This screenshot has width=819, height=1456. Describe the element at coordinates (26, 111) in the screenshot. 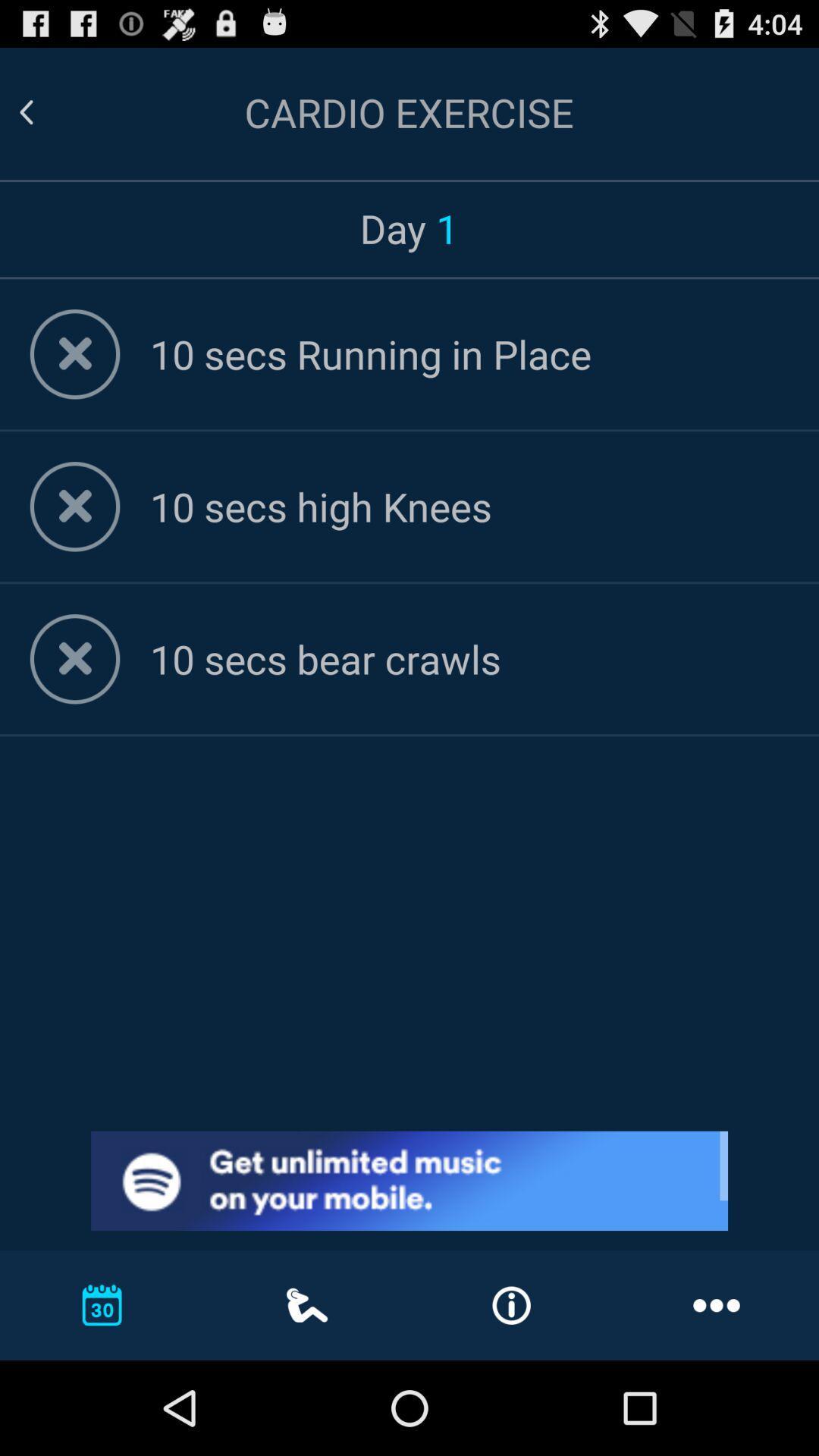

I see `back button which is at top left side of the screen` at that location.